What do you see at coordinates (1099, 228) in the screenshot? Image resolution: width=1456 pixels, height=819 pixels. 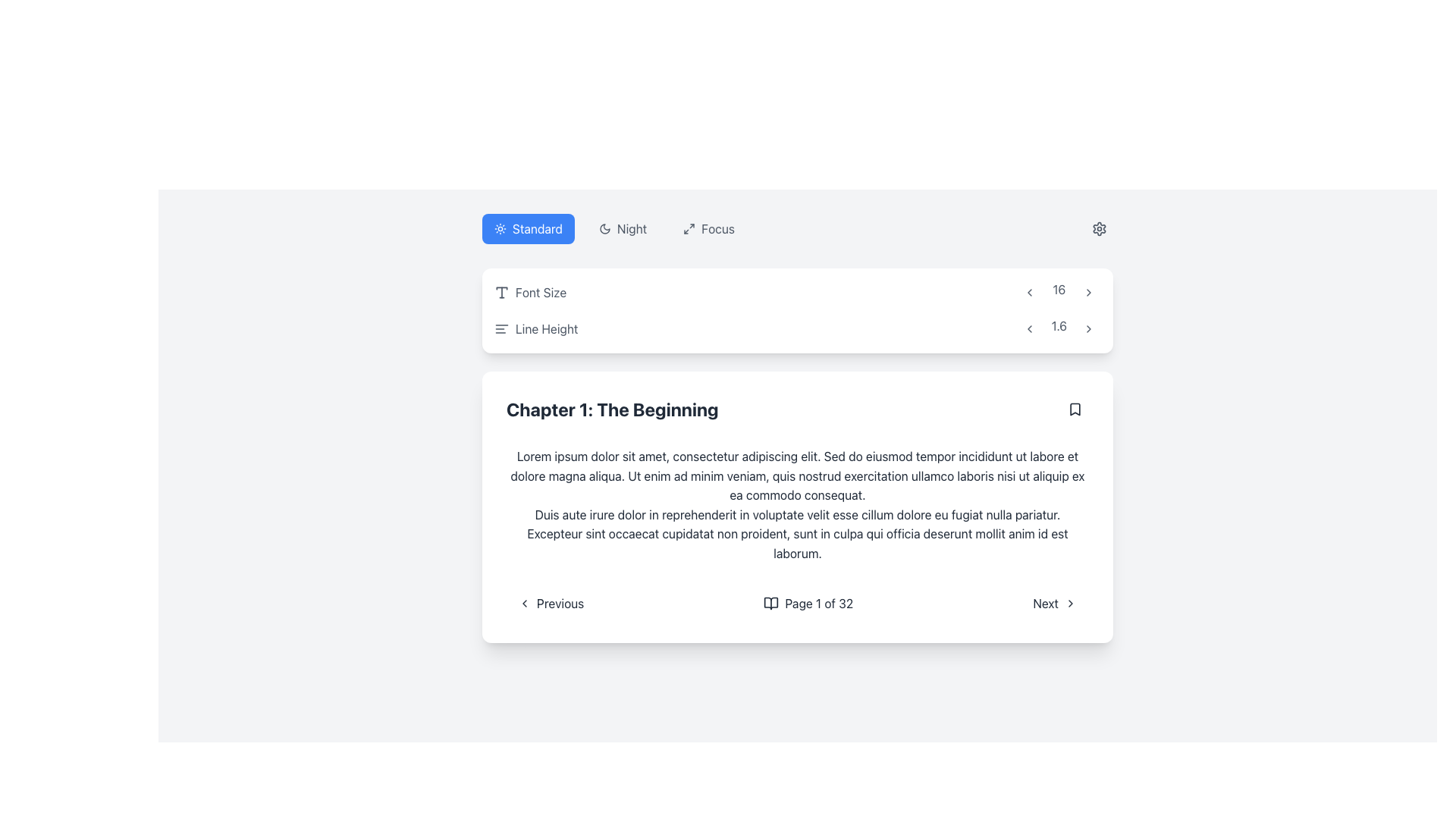 I see `the gear icon located at the top-right corner of the interface` at bounding box center [1099, 228].